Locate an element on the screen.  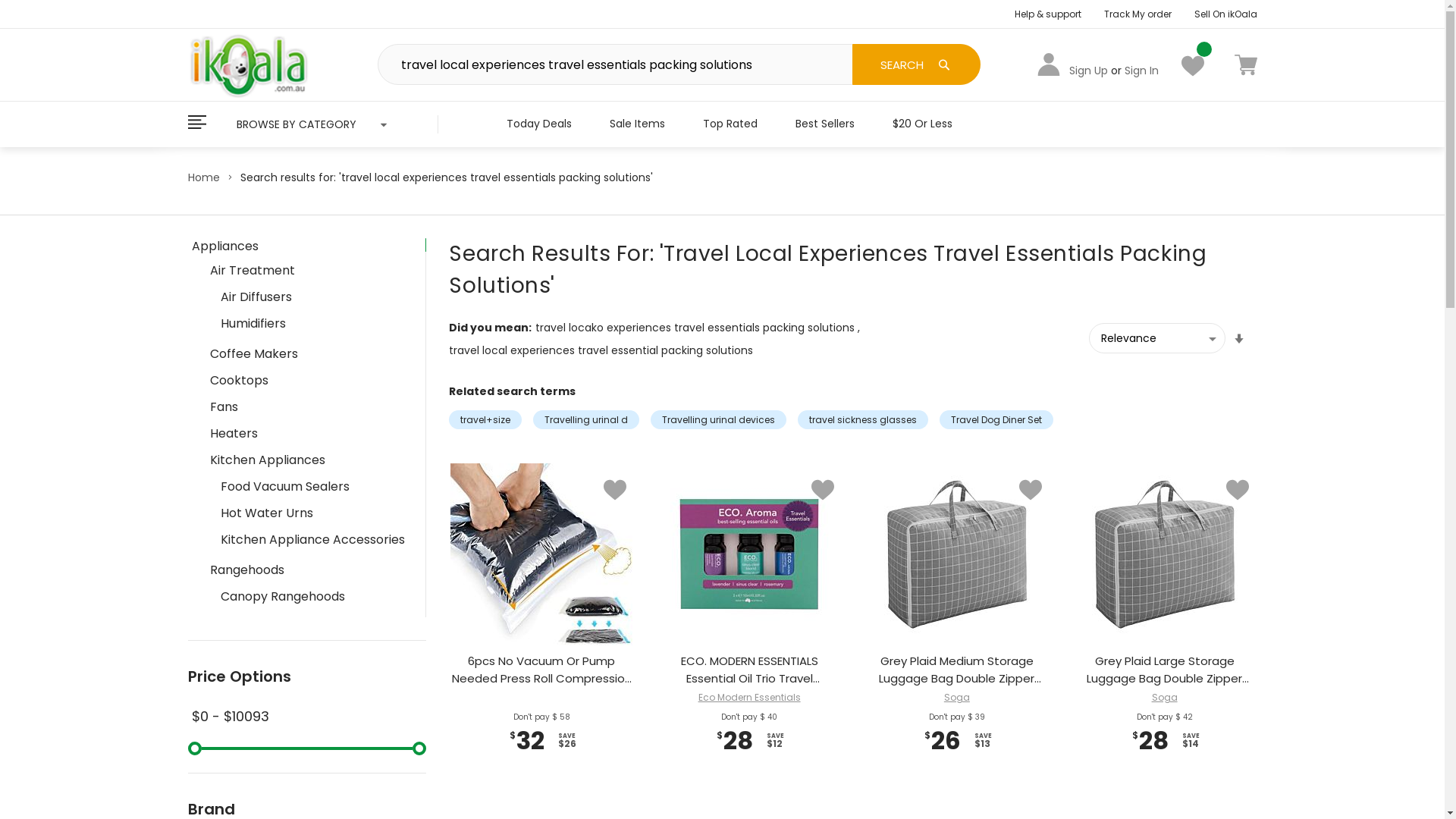
'Set Ascending Direction' is located at coordinates (1238, 338).